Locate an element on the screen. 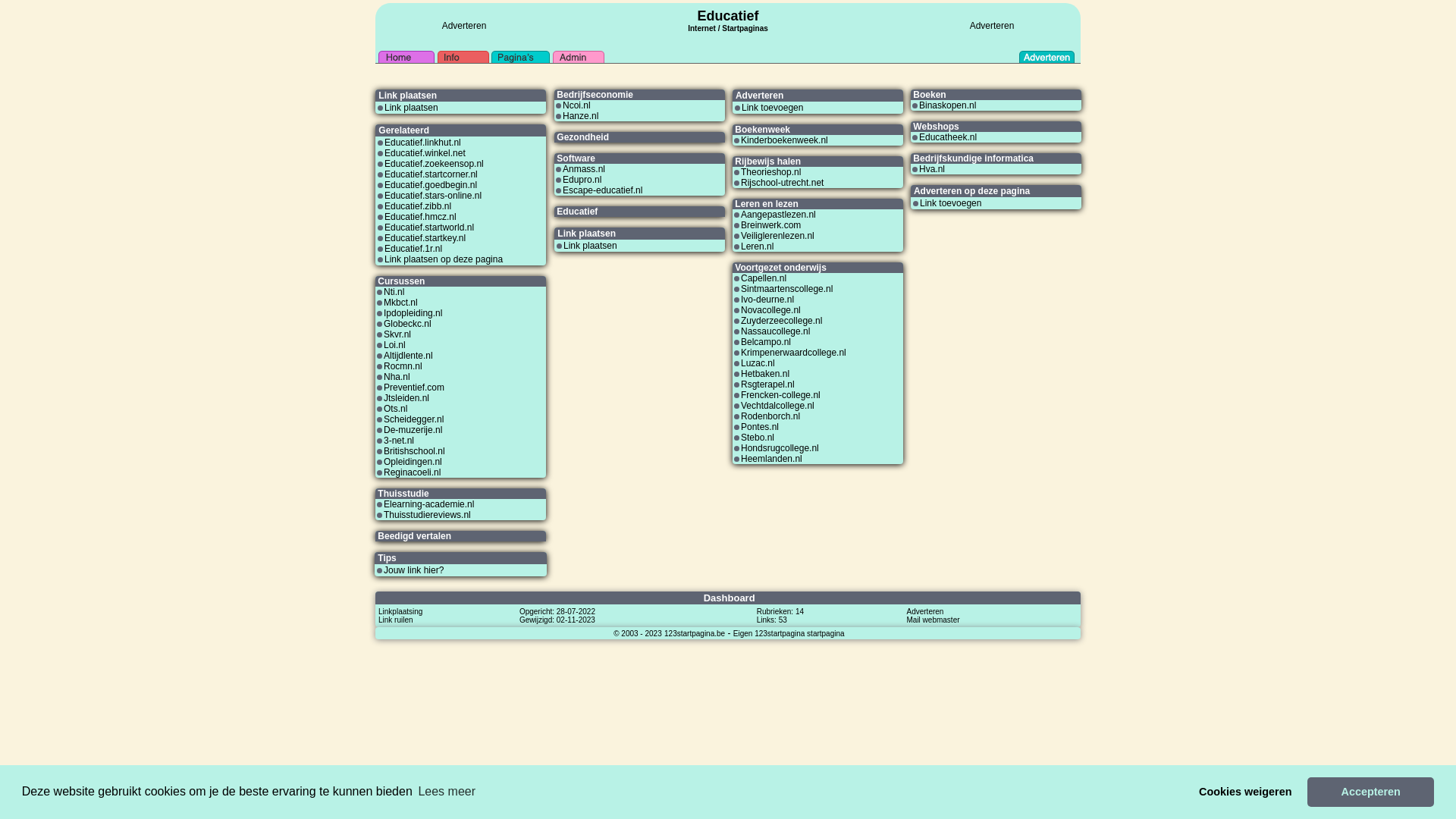  'Nti.nl' is located at coordinates (394, 292).